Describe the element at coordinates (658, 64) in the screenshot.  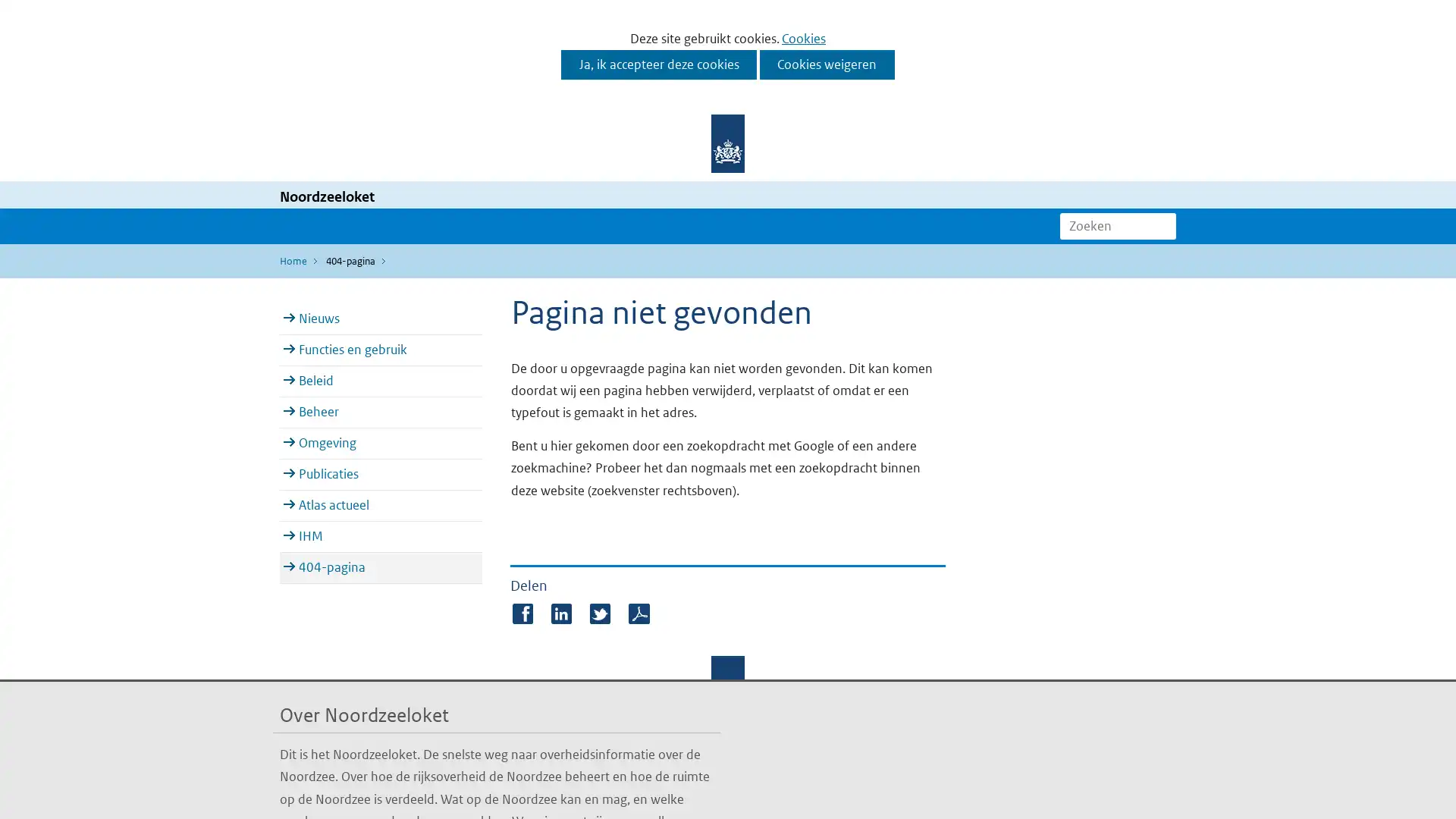
I see `Ja, ik accepteer deze cookies` at that location.